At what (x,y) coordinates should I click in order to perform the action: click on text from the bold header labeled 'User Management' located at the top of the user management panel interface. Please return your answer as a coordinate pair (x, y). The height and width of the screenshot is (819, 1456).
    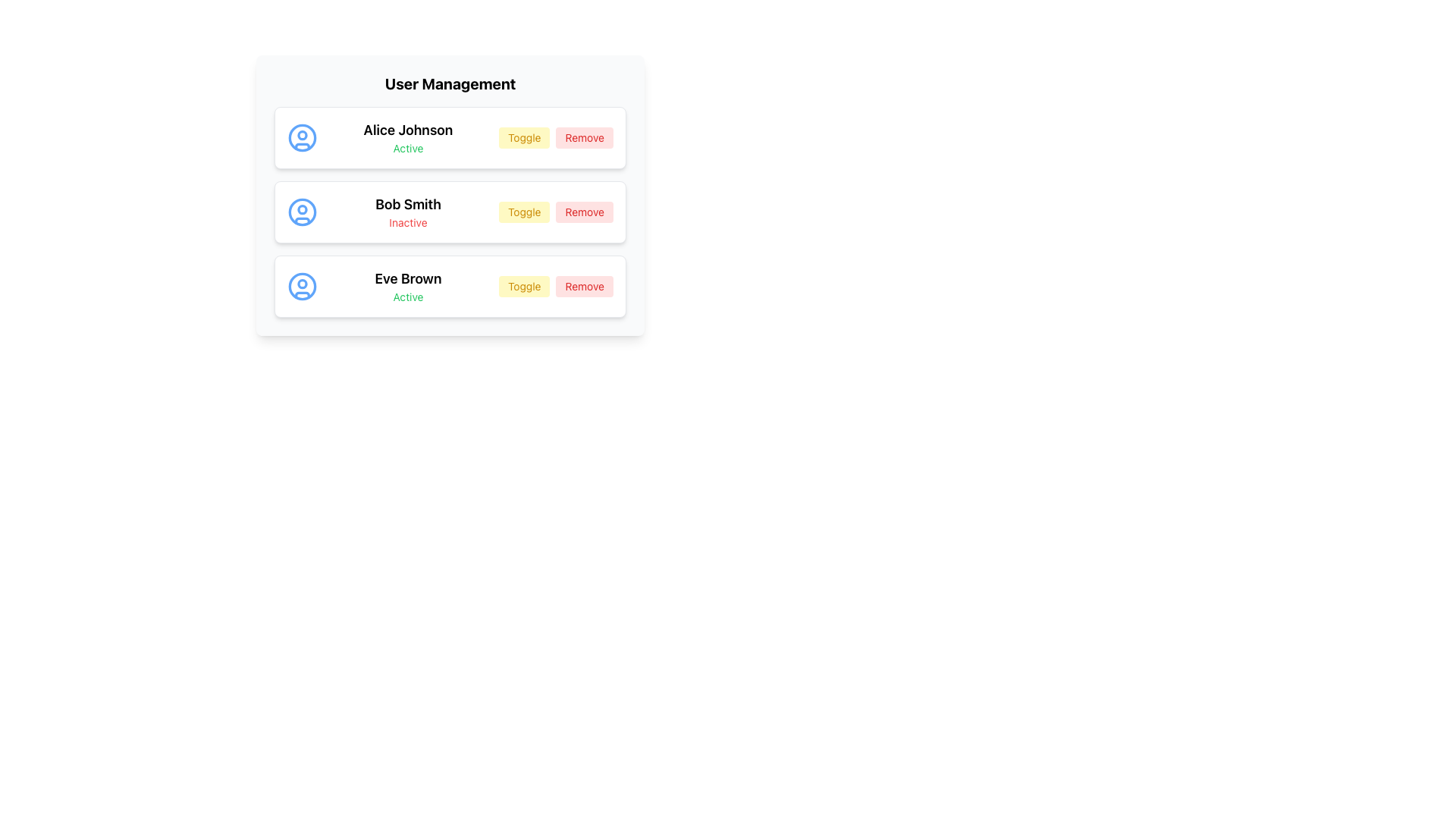
    Looking at the image, I should click on (450, 84).